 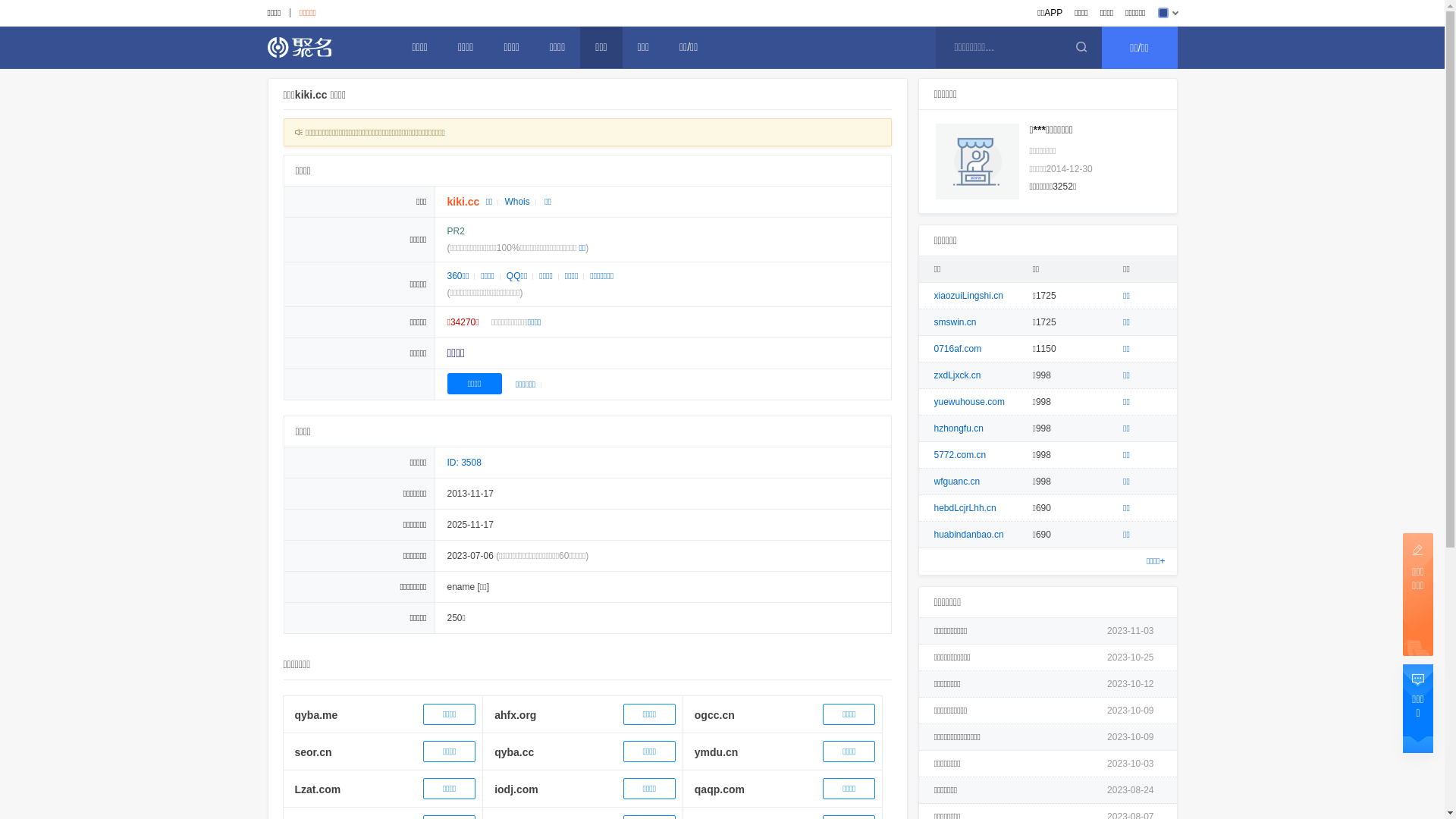 I want to click on 'zxdLjxck.cn', so click(x=934, y=375).